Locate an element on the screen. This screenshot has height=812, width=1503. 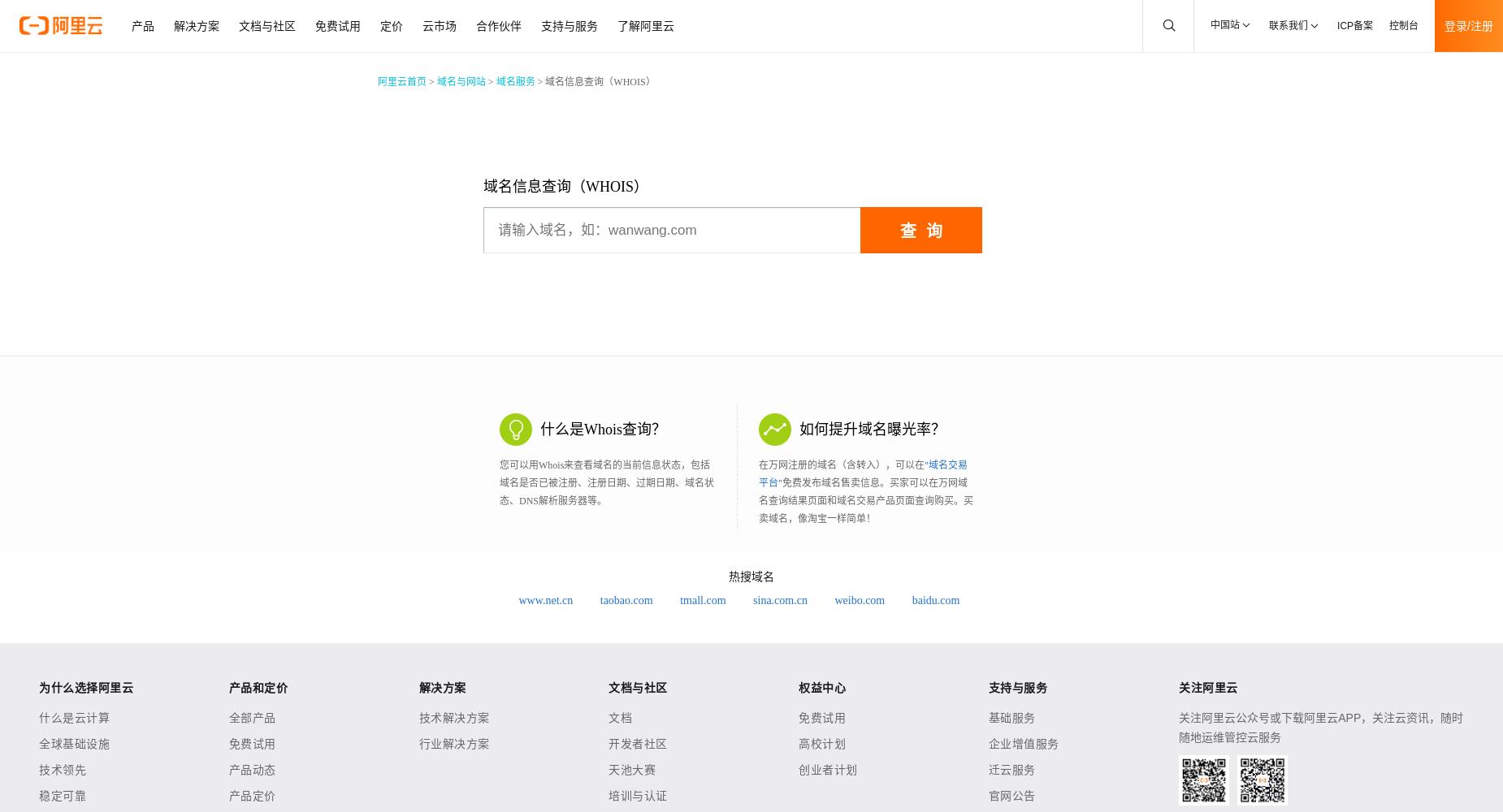
'ICP备案' is located at coordinates (1336, 26).